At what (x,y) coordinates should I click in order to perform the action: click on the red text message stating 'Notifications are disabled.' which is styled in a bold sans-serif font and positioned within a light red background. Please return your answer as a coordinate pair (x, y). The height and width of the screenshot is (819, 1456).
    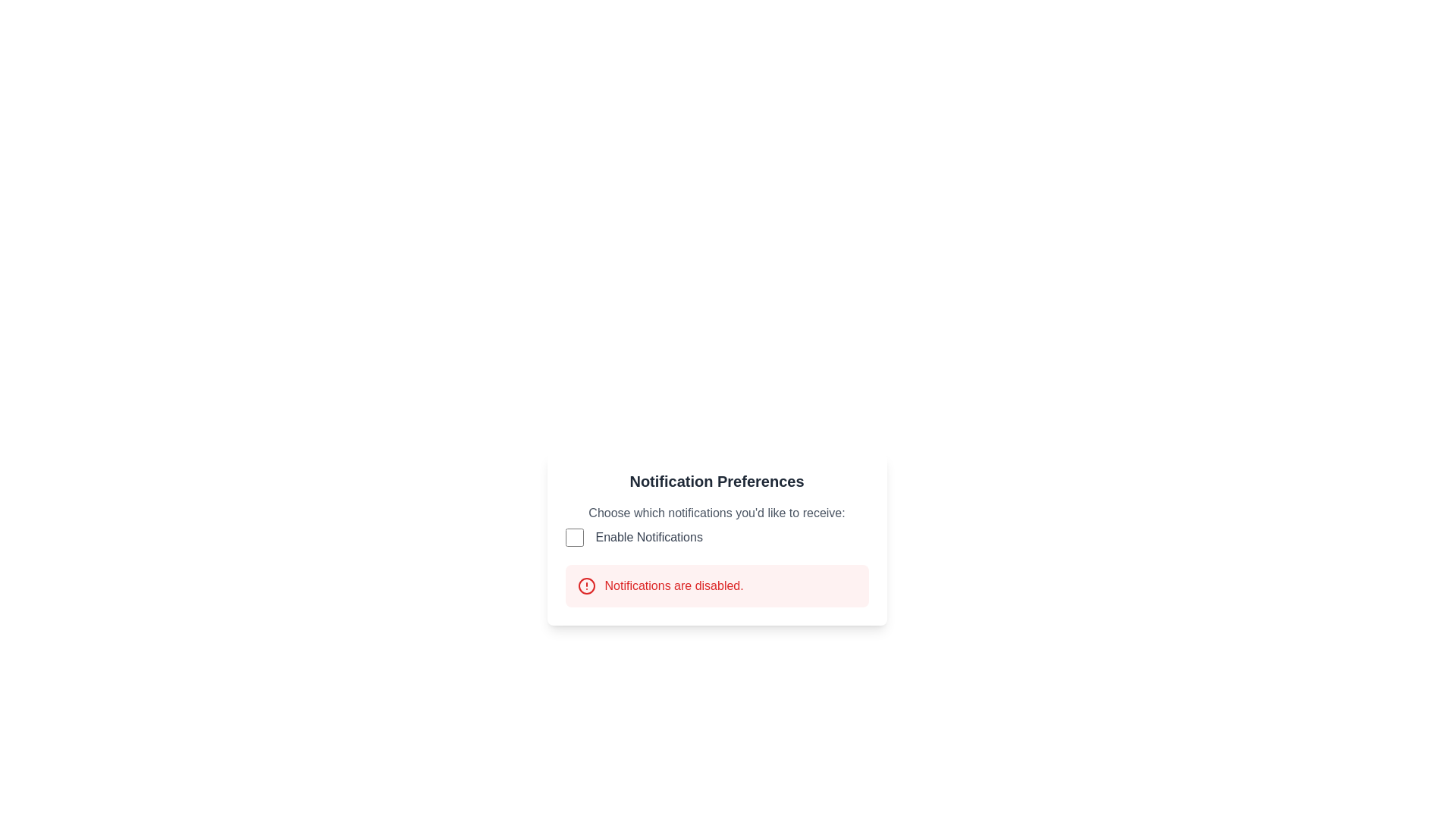
    Looking at the image, I should click on (673, 585).